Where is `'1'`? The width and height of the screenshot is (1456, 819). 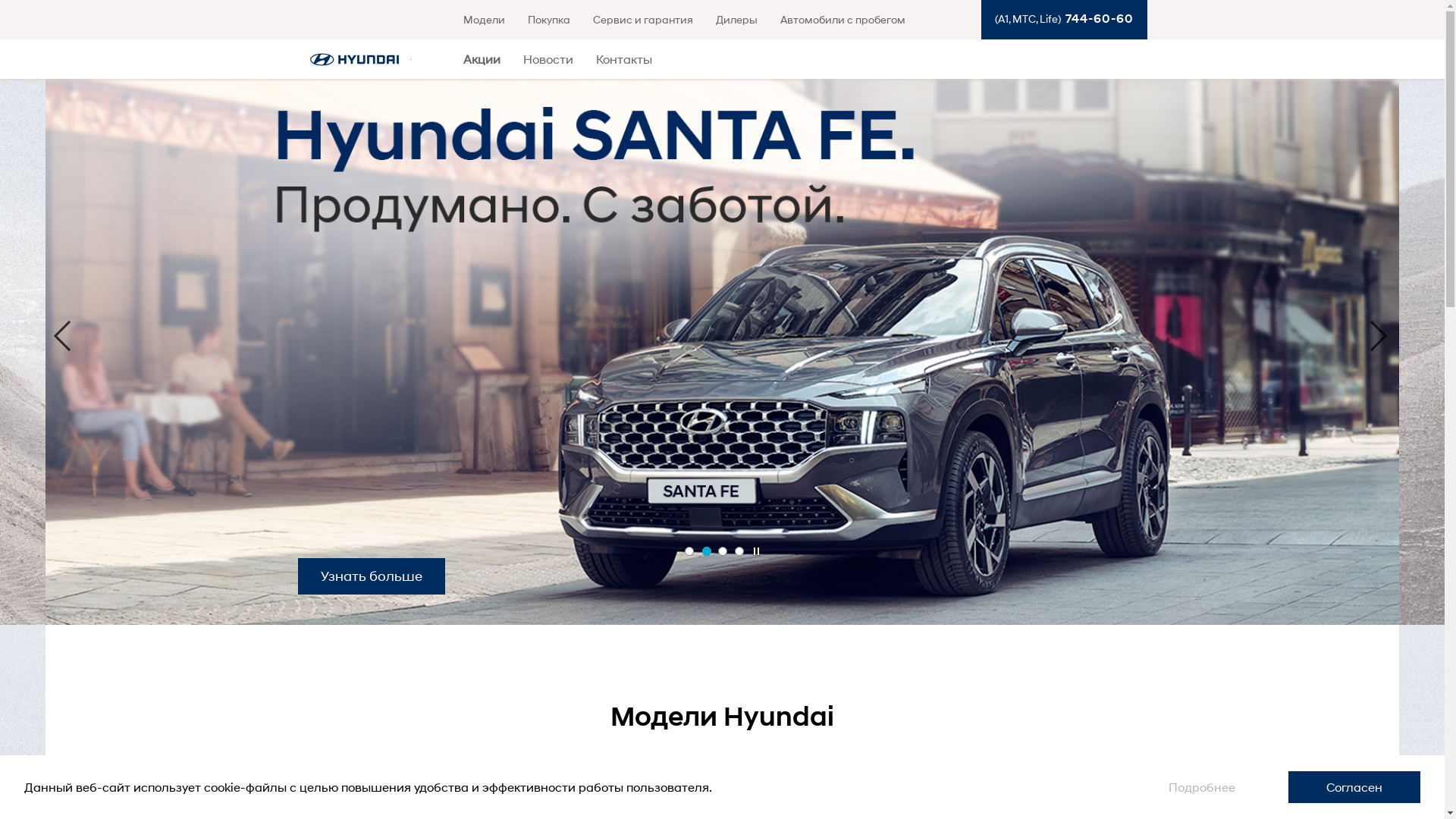 '1' is located at coordinates (687, 551).